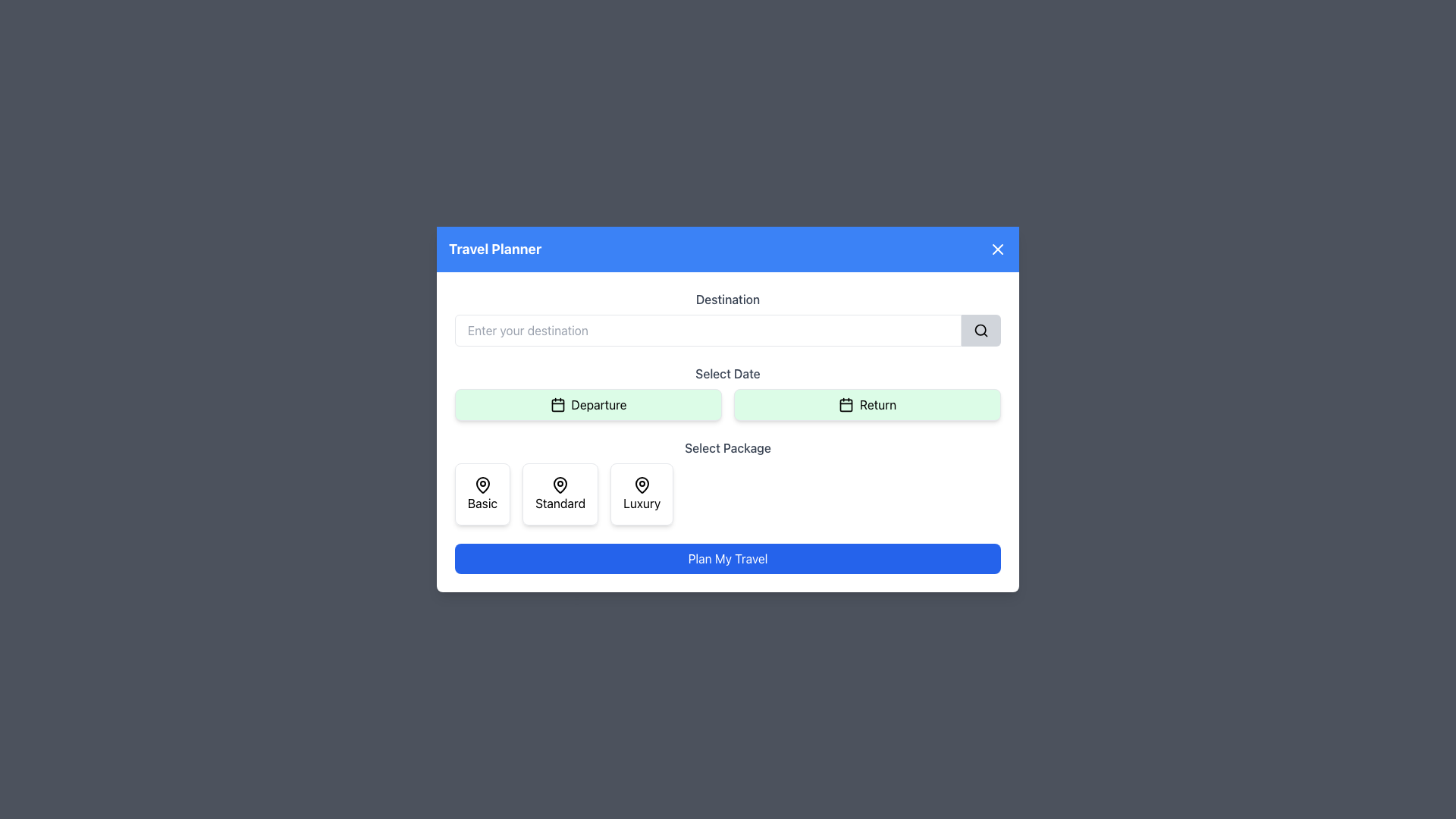 The height and width of the screenshot is (819, 1456). Describe the element at coordinates (560, 485) in the screenshot. I see `the Decorative icon representing the 'Standard' package option in the 'Select Package' section` at that location.